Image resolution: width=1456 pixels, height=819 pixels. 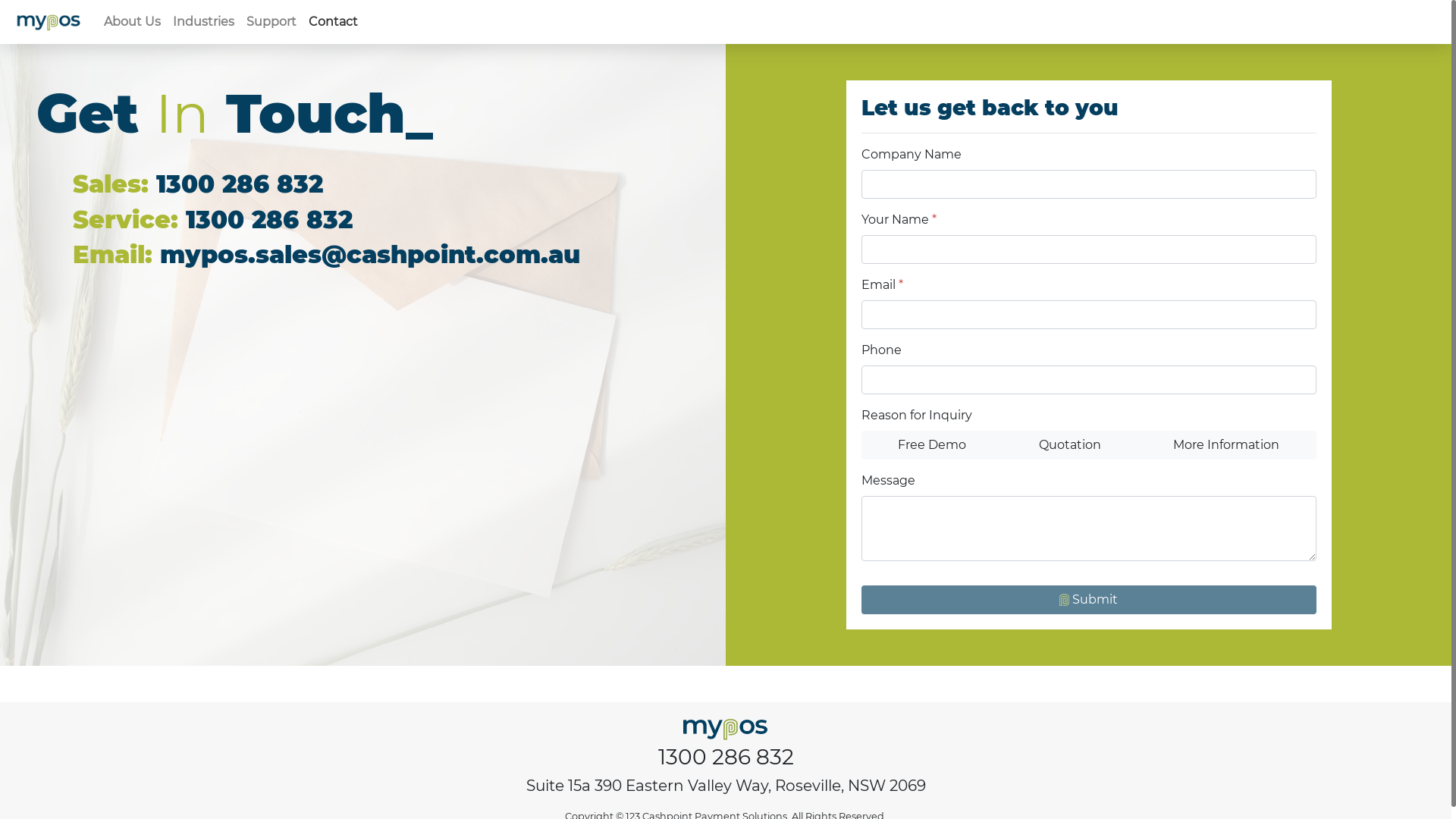 I want to click on 'Contact', so click(x=332, y=22).